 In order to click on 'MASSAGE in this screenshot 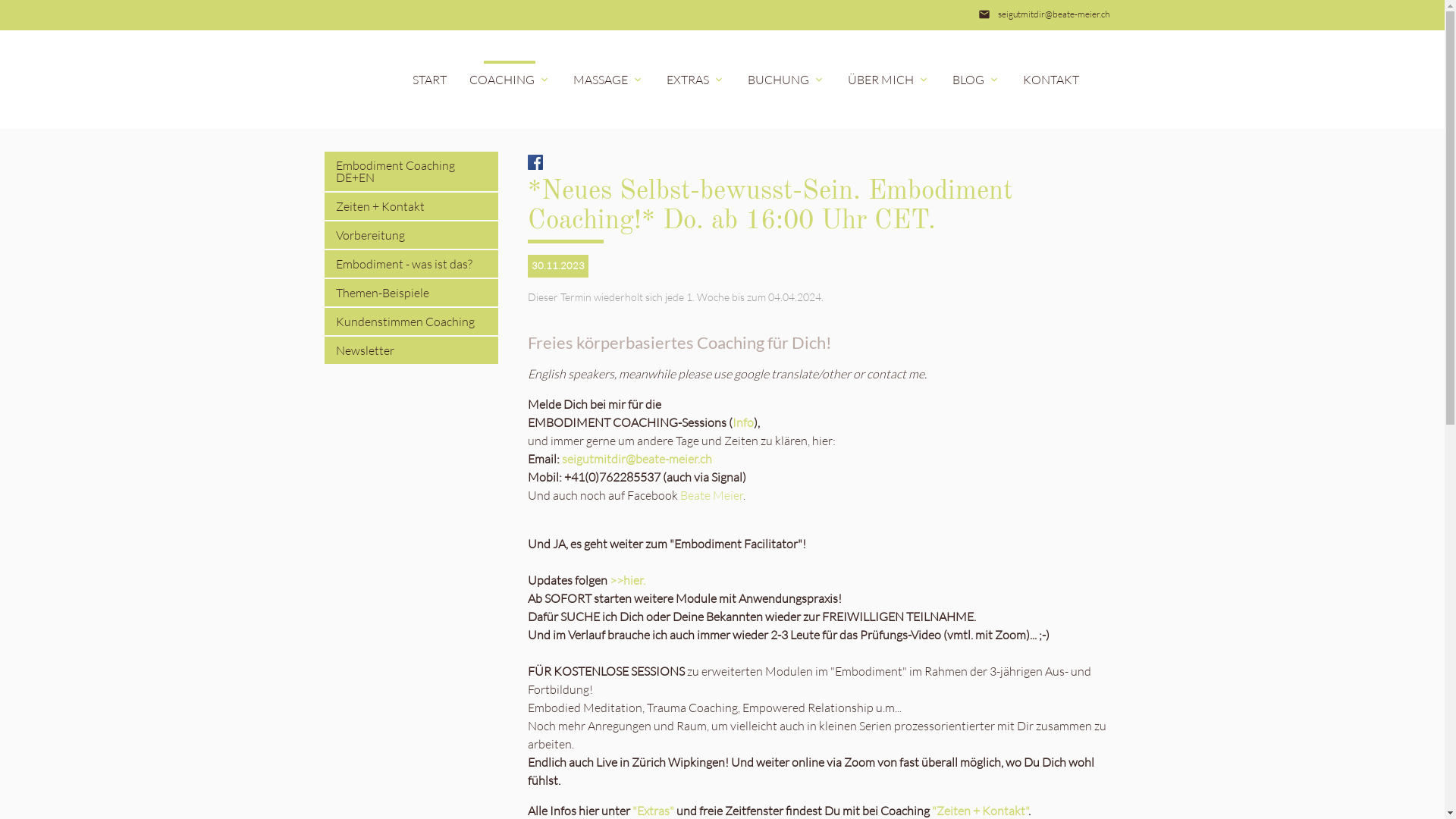, I will do `click(607, 79)`.